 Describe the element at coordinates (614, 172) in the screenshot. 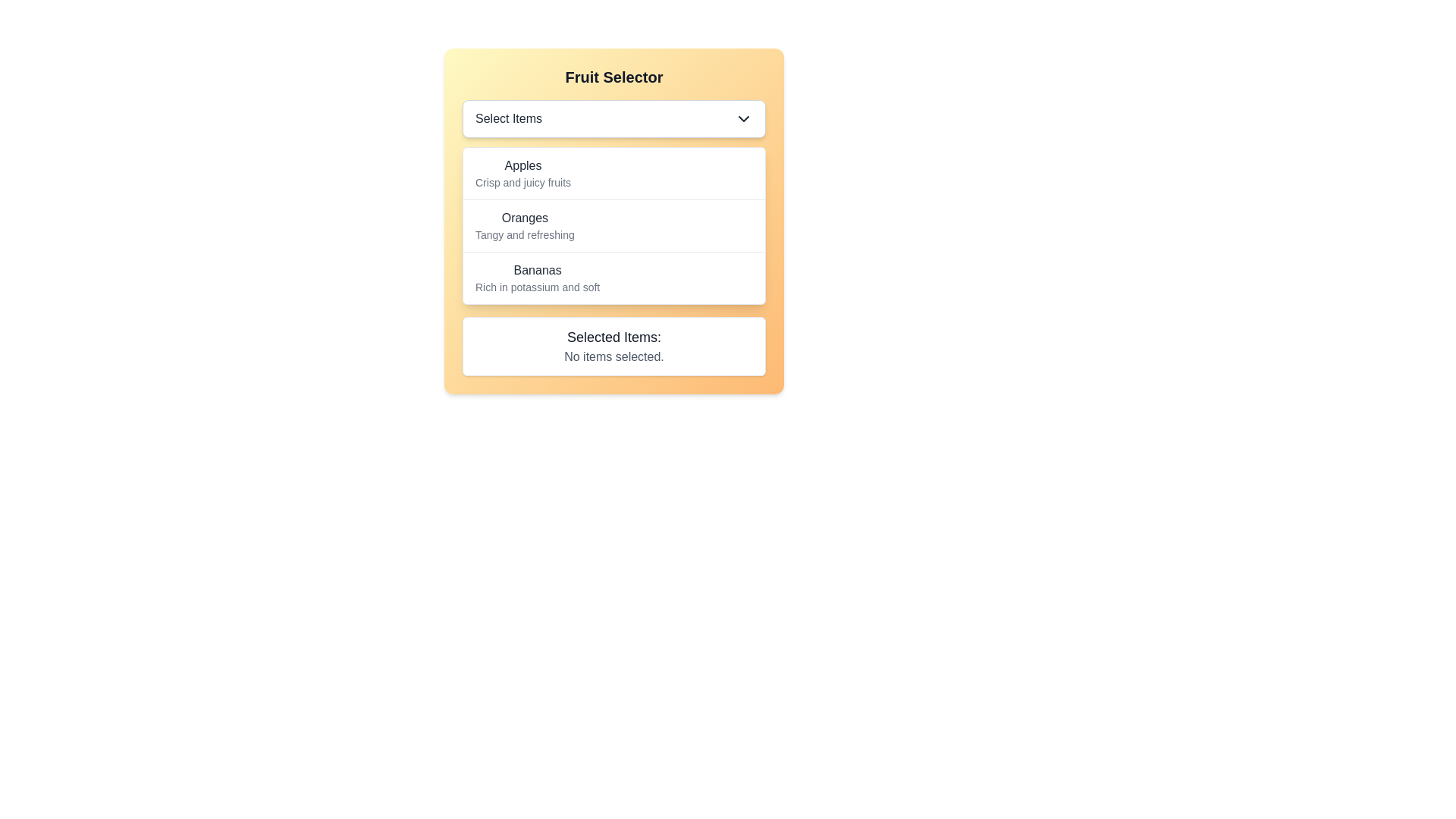

I see `the first item in the list representing 'Apples'` at that location.